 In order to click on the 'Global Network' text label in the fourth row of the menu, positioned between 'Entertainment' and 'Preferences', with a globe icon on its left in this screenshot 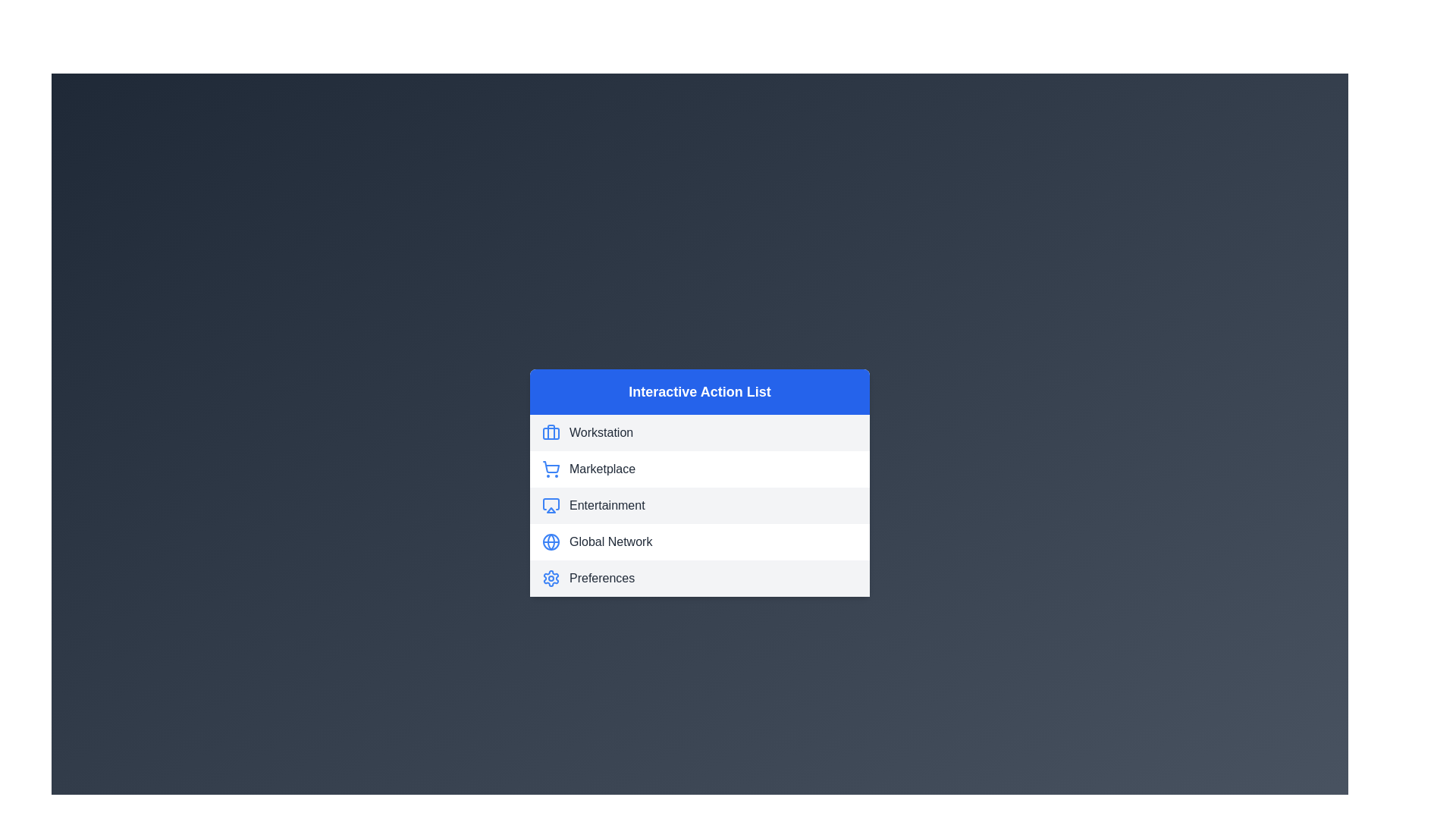, I will do `click(610, 541)`.